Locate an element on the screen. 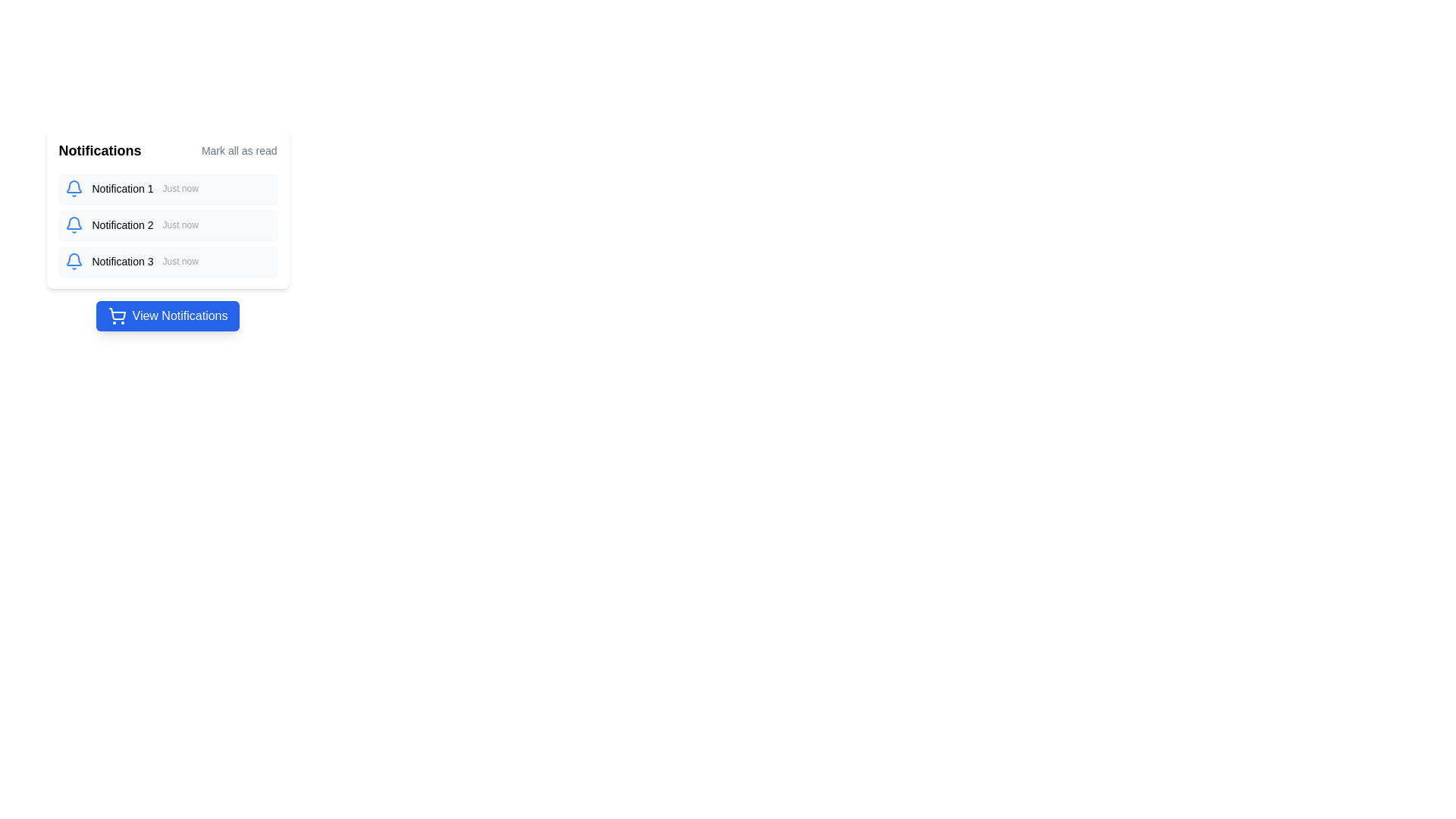  the text element 'Mark all as read' which is located to the right of the 'Notifications' header in the notifications panel is located at coordinates (238, 151).